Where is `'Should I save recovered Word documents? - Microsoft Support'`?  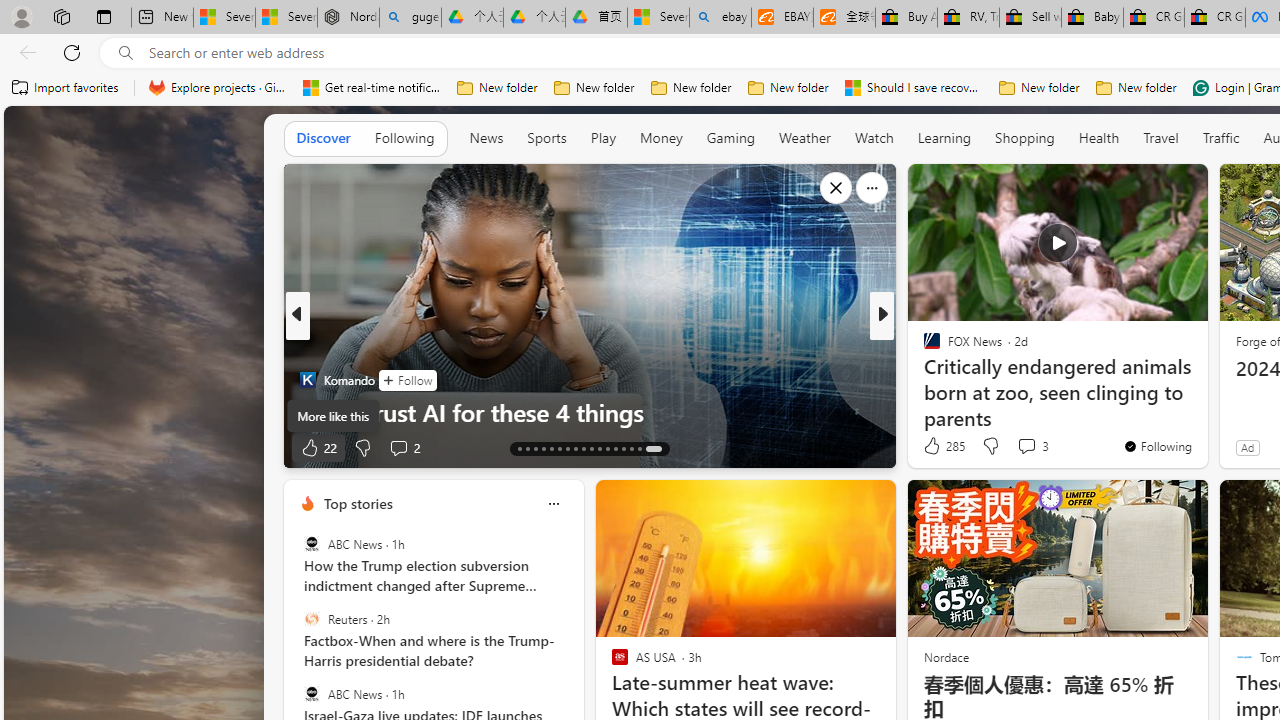
'Should I save recovered Word documents? - Microsoft Support' is located at coordinates (912, 87).